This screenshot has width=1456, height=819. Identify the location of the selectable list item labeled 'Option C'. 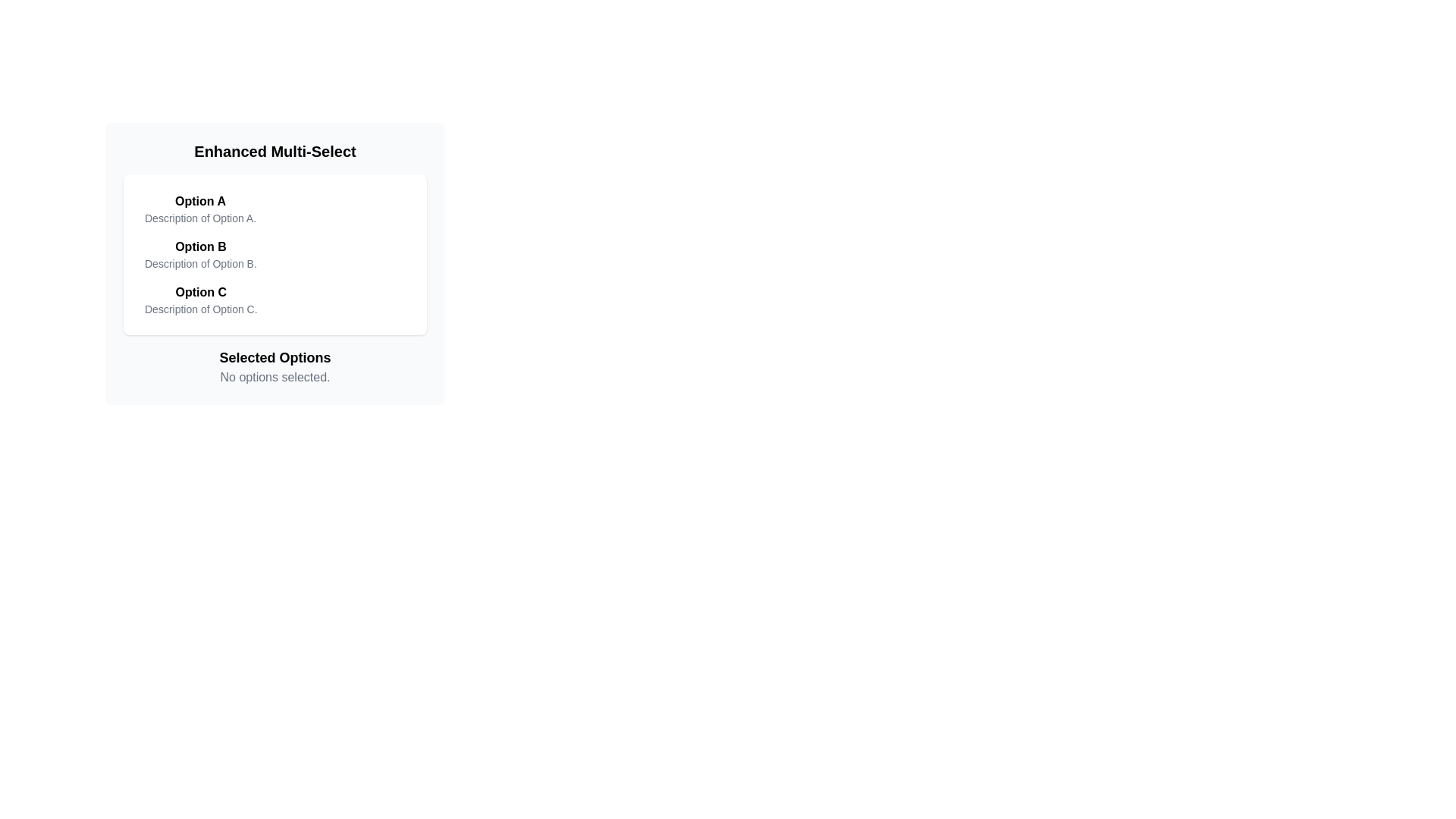
(275, 300).